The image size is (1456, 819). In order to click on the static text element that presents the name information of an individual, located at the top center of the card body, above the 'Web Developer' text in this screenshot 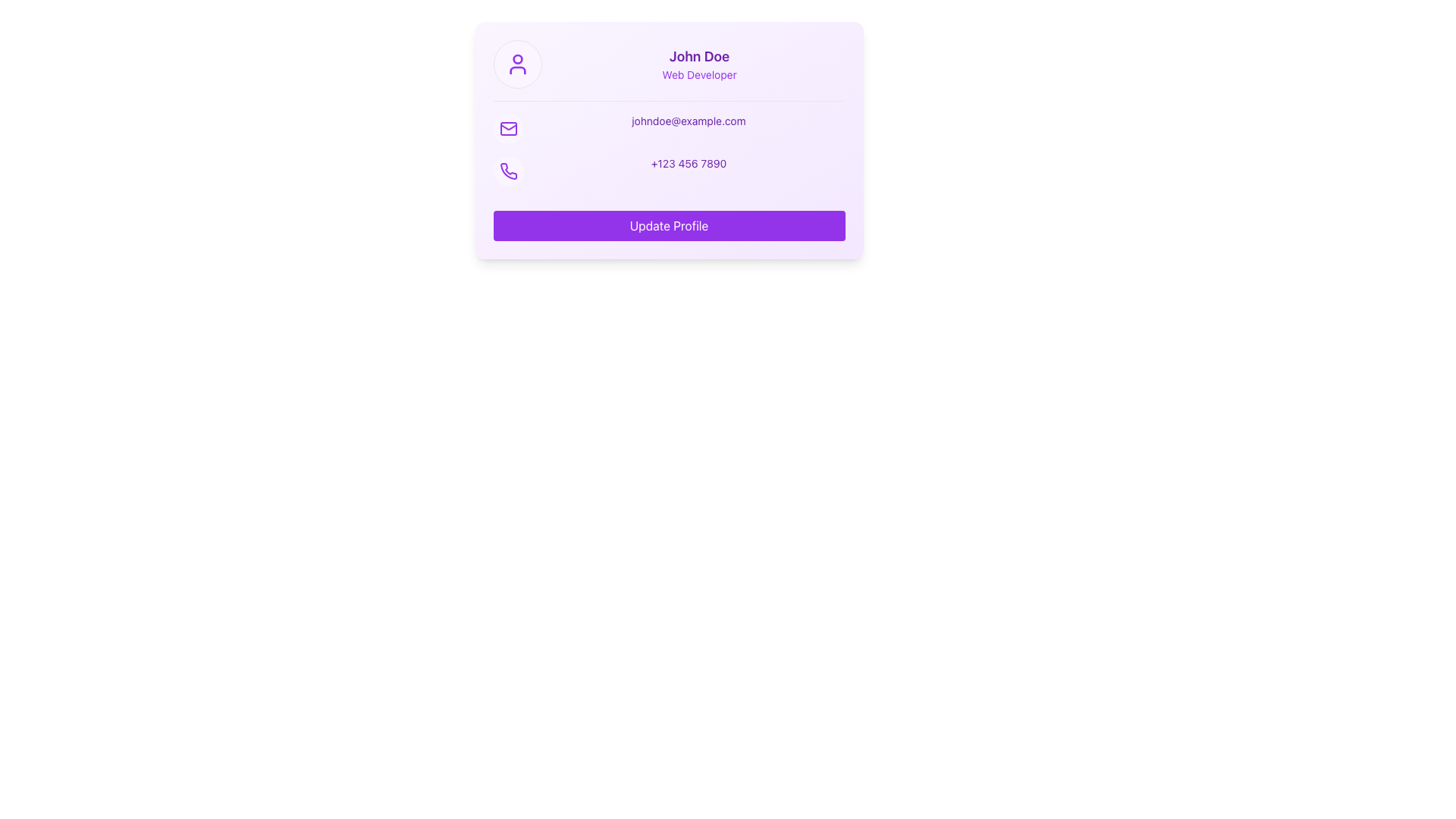, I will do `click(698, 55)`.